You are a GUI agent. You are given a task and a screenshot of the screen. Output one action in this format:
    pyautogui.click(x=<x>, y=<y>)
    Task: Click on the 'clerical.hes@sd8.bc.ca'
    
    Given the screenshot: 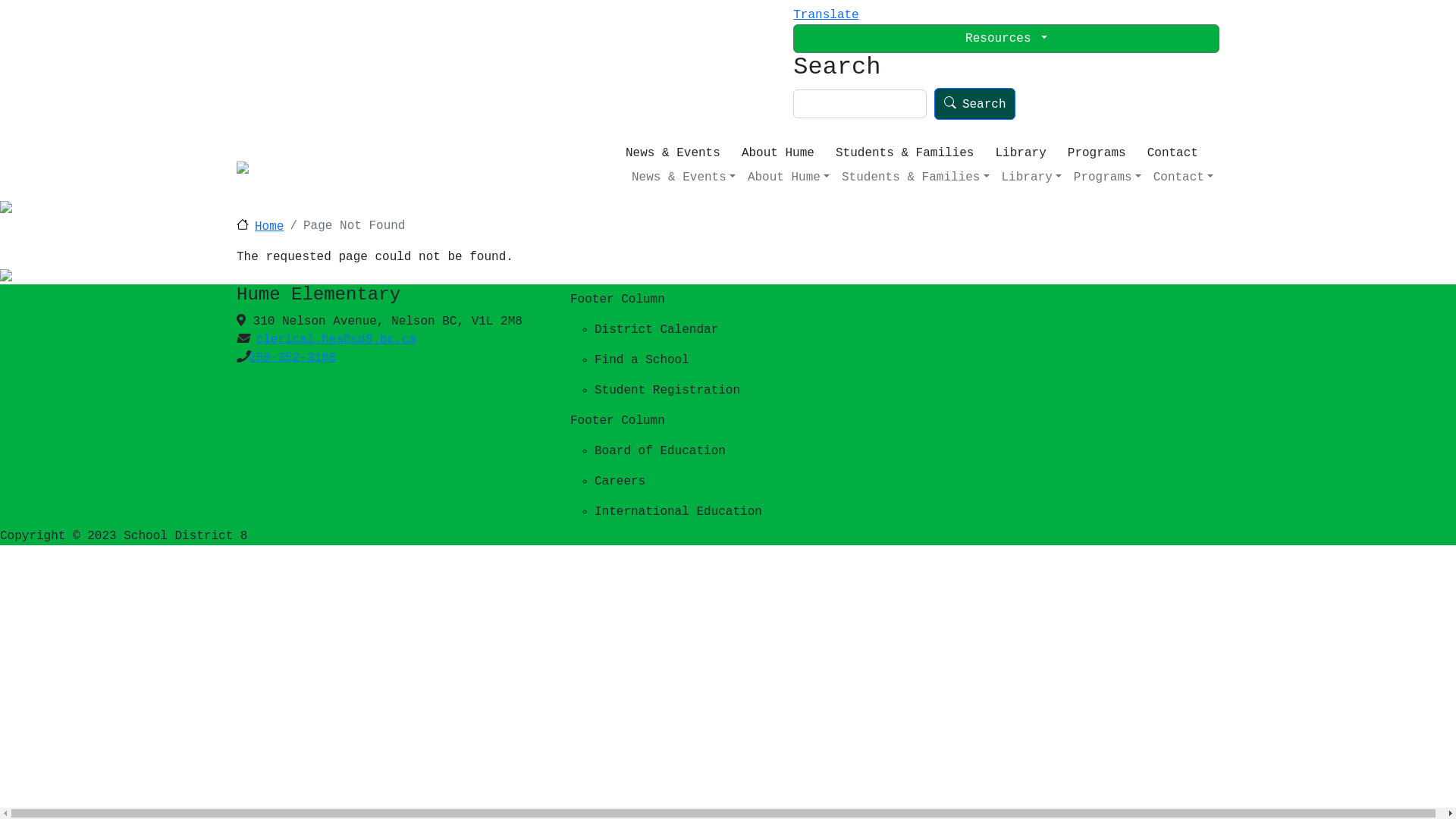 What is the action you would take?
    pyautogui.click(x=335, y=338)
    